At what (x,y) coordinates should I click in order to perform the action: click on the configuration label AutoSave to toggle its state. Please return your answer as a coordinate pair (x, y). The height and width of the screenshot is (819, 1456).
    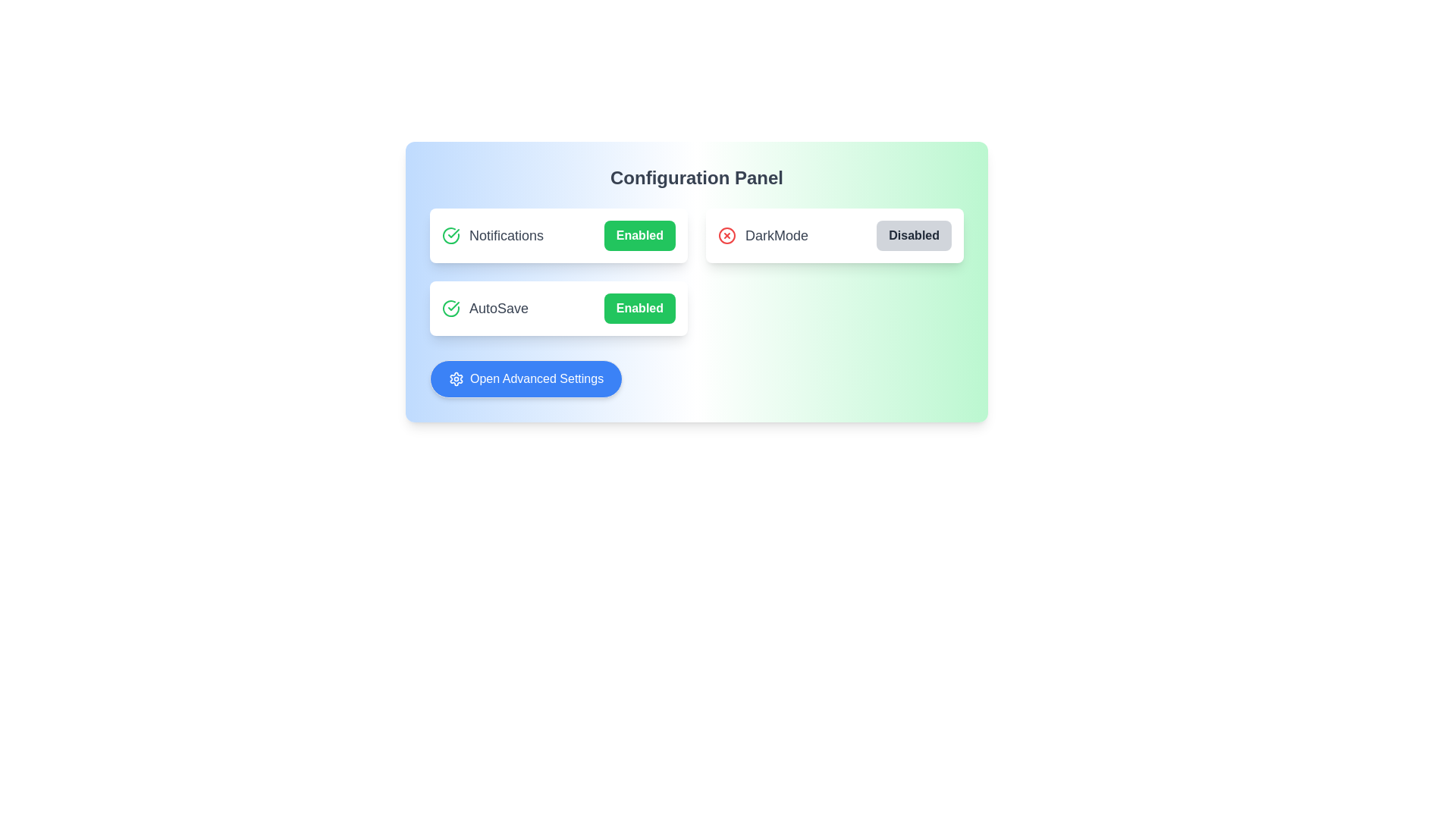
    Looking at the image, I should click on (558, 308).